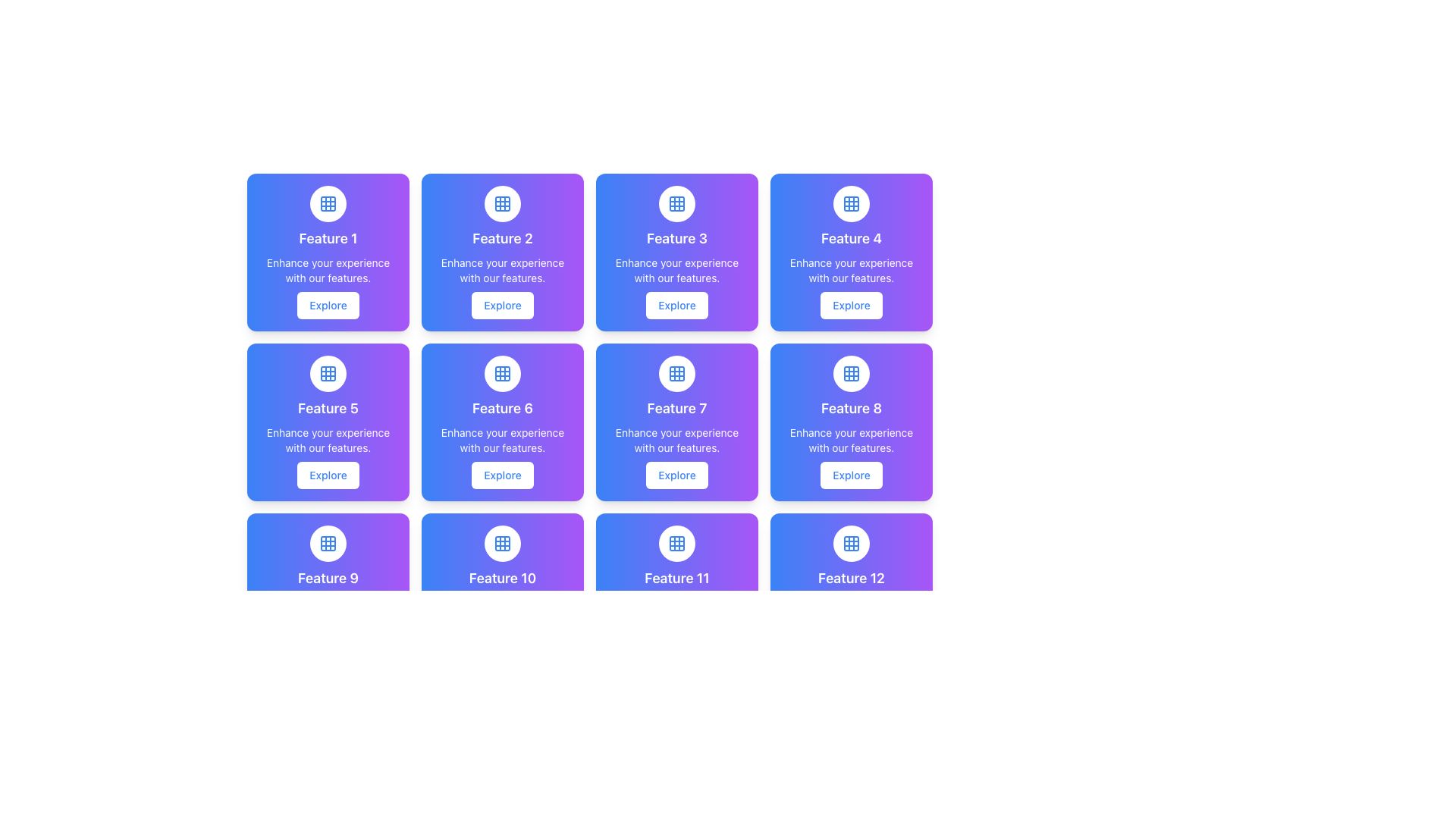 The image size is (1456, 819). Describe the element at coordinates (327, 270) in the screenshot. I see `the static text element located between the title 'Feature 1' and the 'Explore' button in the top-left card of the grid layout` at that location.